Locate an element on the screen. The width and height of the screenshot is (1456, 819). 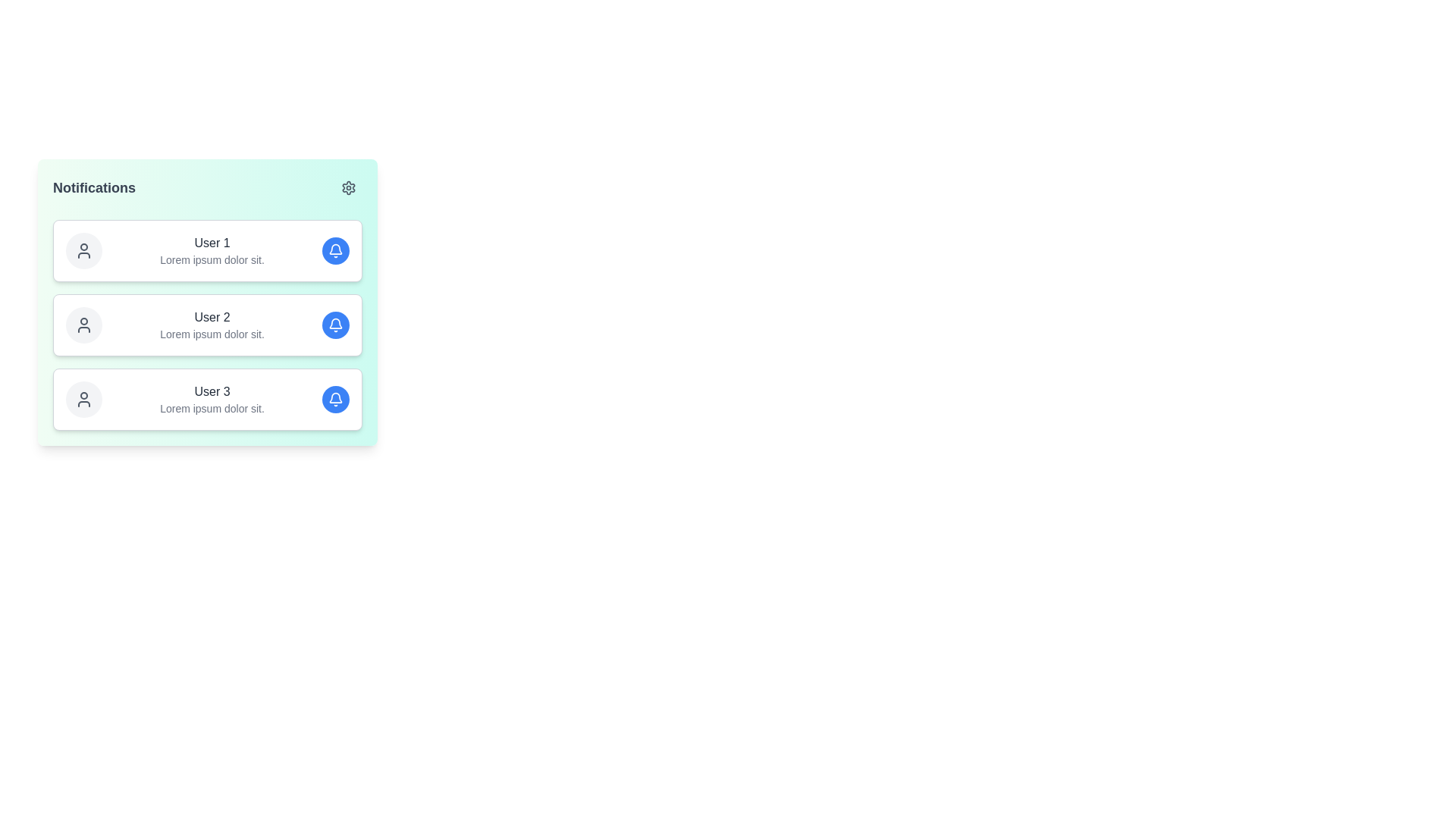
the user icon located at the top-left corner of the second notification card in the notification box for further interactions if supported is located at coordinates (83, 324).